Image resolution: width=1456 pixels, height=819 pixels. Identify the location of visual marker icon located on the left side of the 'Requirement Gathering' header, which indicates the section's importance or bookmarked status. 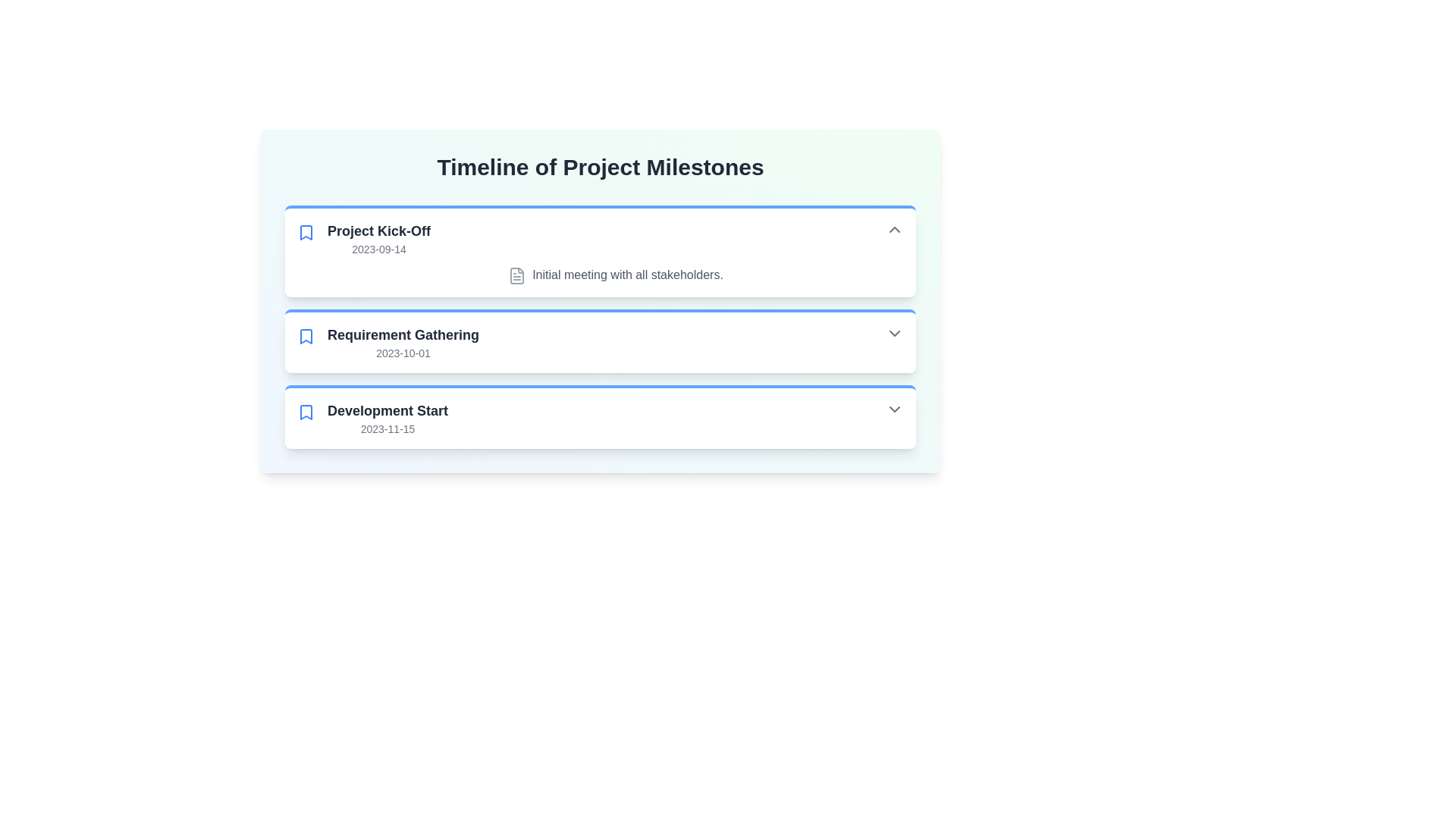
(305, 335).